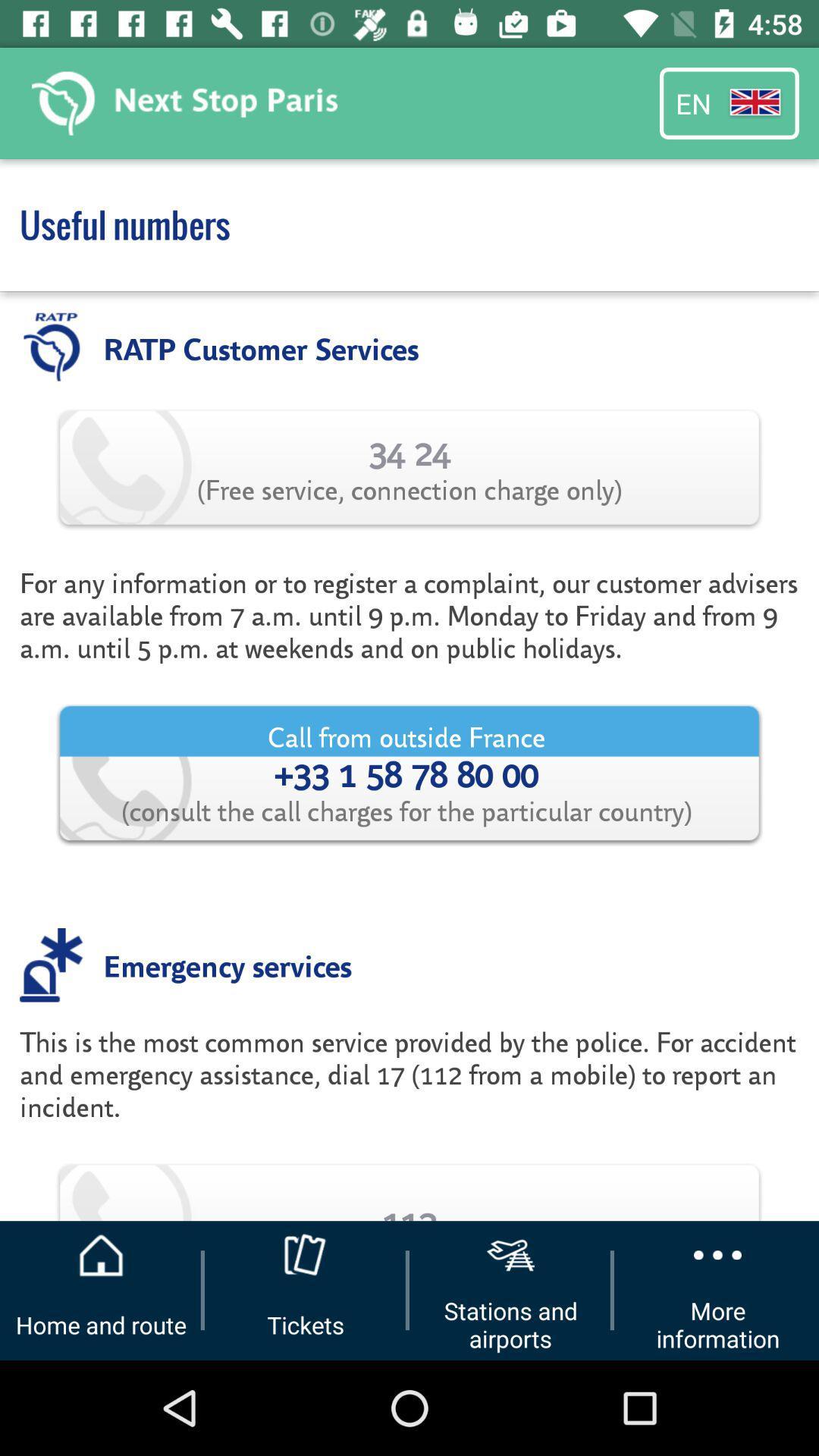 The width and height of the screenshot is (819, 1456). I want to click on ratp customer services, so click(260, 347).